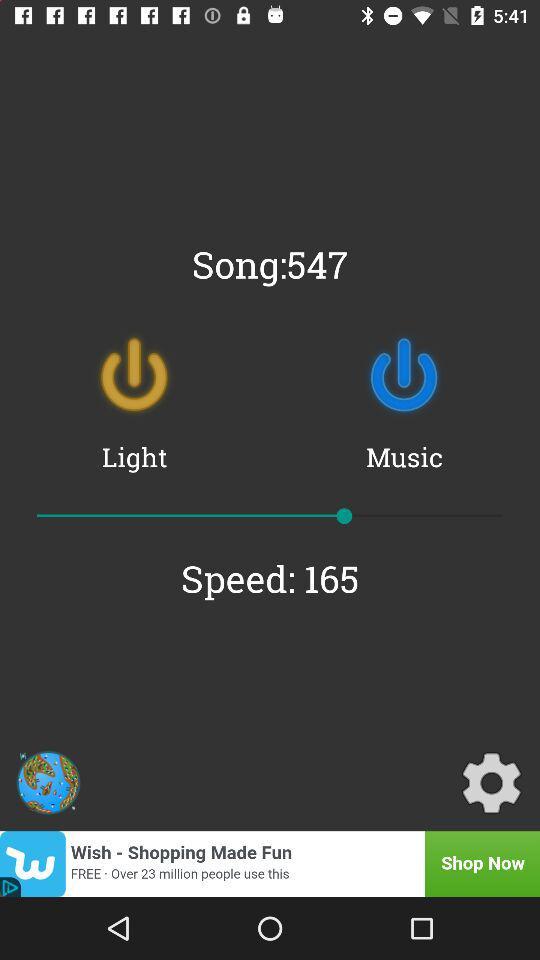 Image resolution: width=540 pixels, height=960 pixels. What do you see at coordinates (270, 263) in the screenshot?
I see `the item at the top` at bounding box center [270, 263].